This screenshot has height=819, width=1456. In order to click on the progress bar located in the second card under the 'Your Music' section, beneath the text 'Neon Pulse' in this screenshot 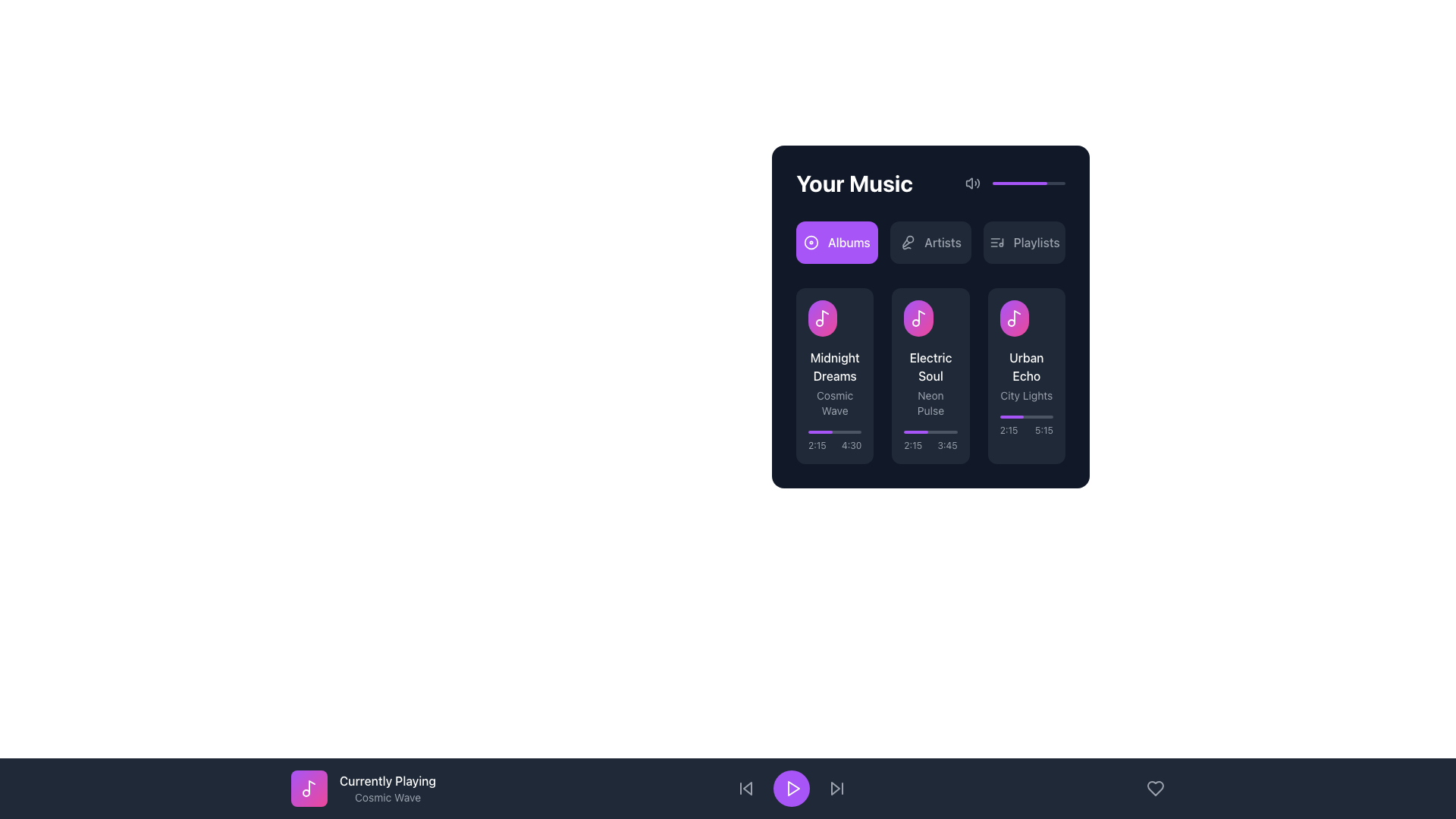, I will do `click(930, 441)`.